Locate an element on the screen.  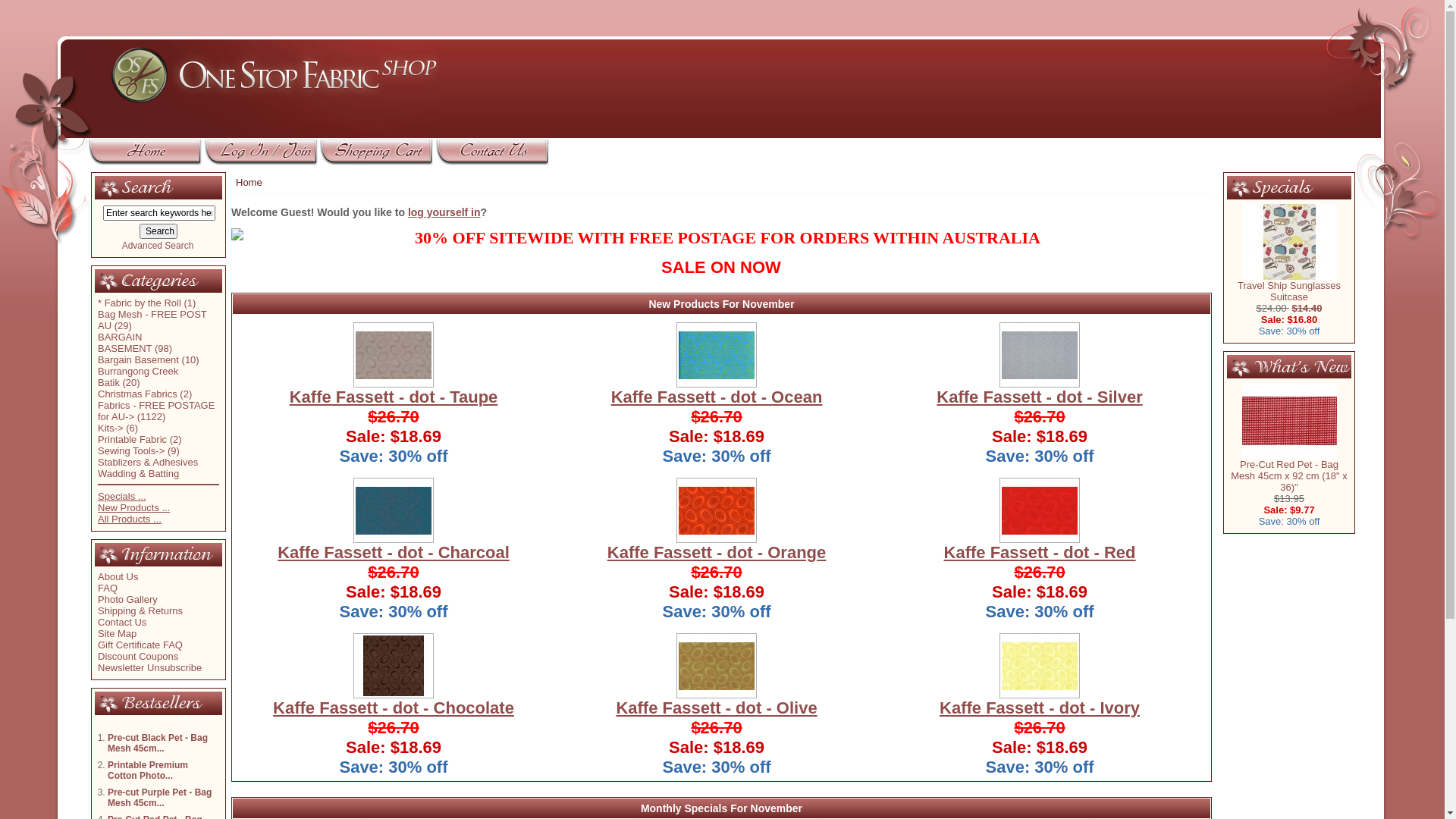
'Shipping & Returns' is located at coordinates (97, 610).